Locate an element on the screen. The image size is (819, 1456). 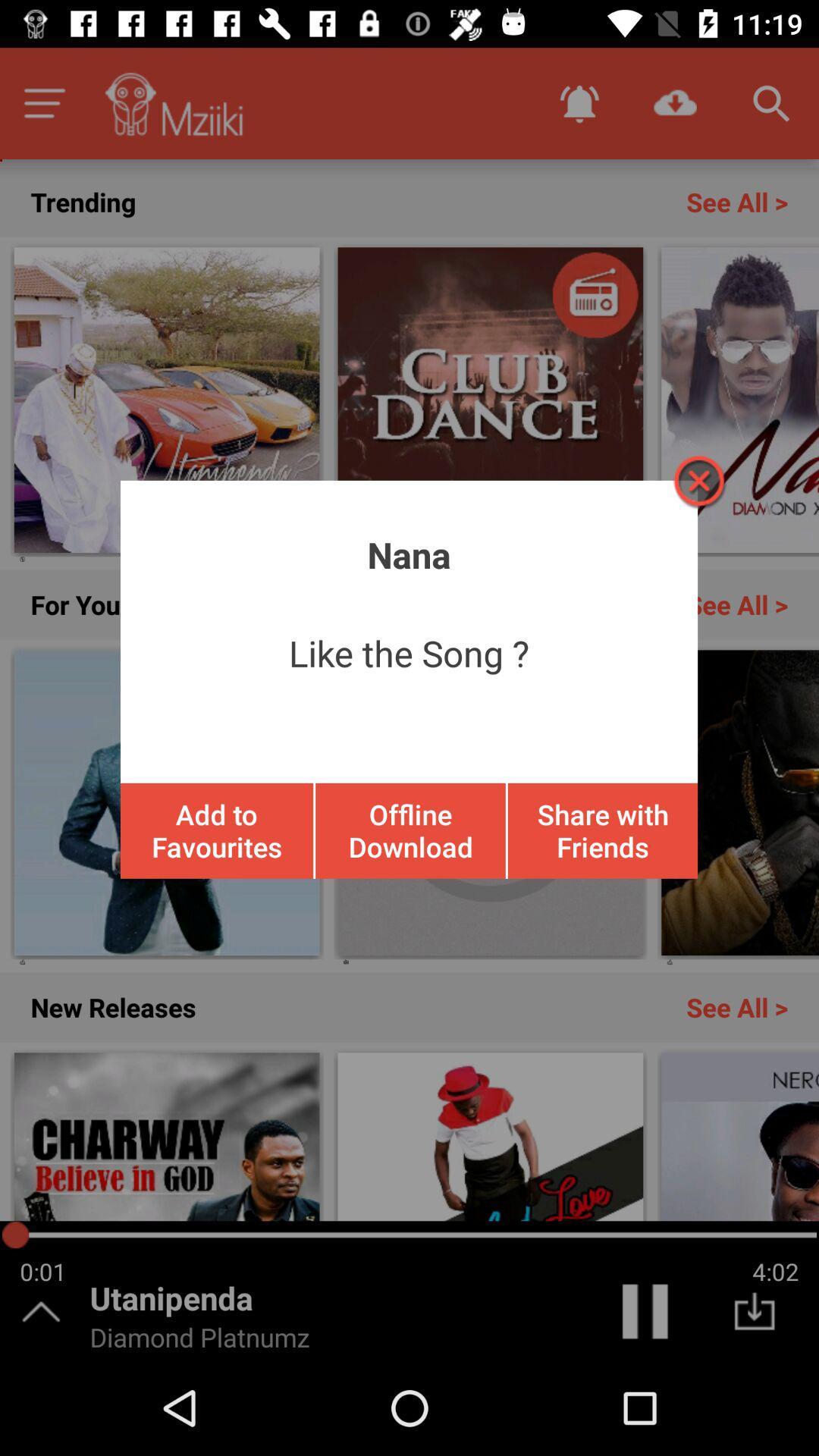
the button to the left of the offline download button is located at coordinates (217, 830).